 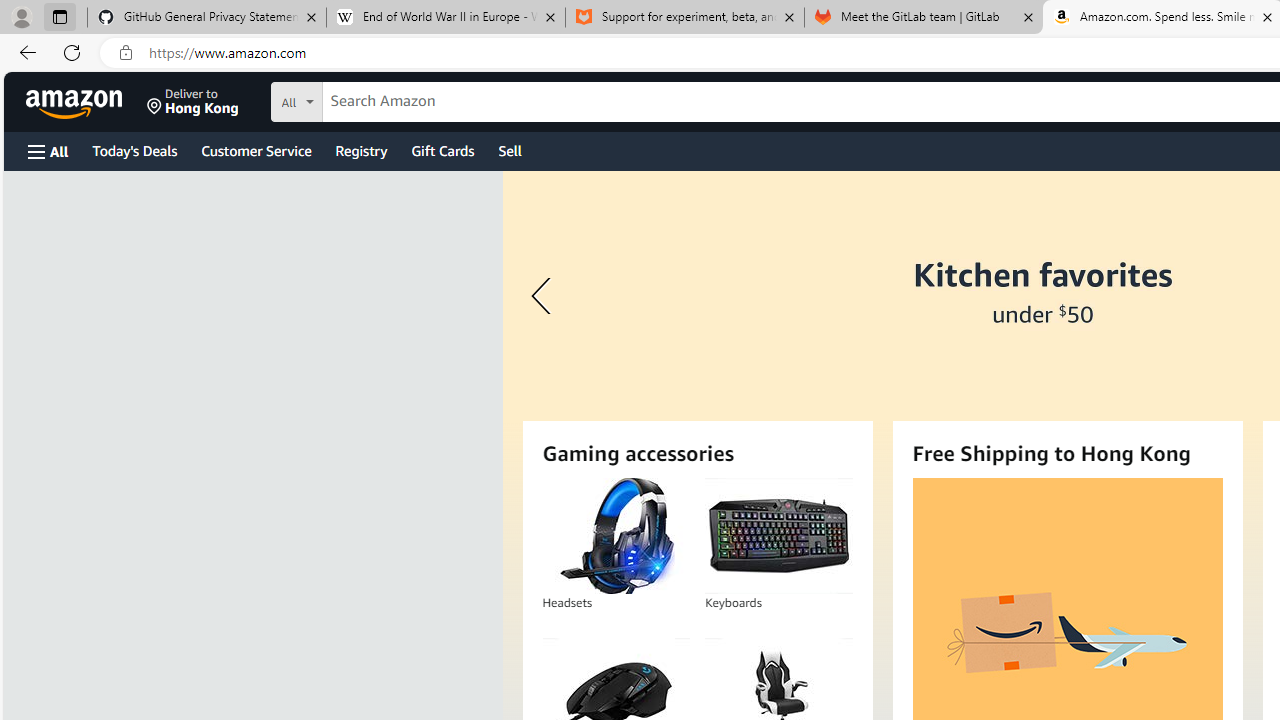 I want to click on 'End of World War II in Europe - Wikipedia', so click(x=444, y=17).